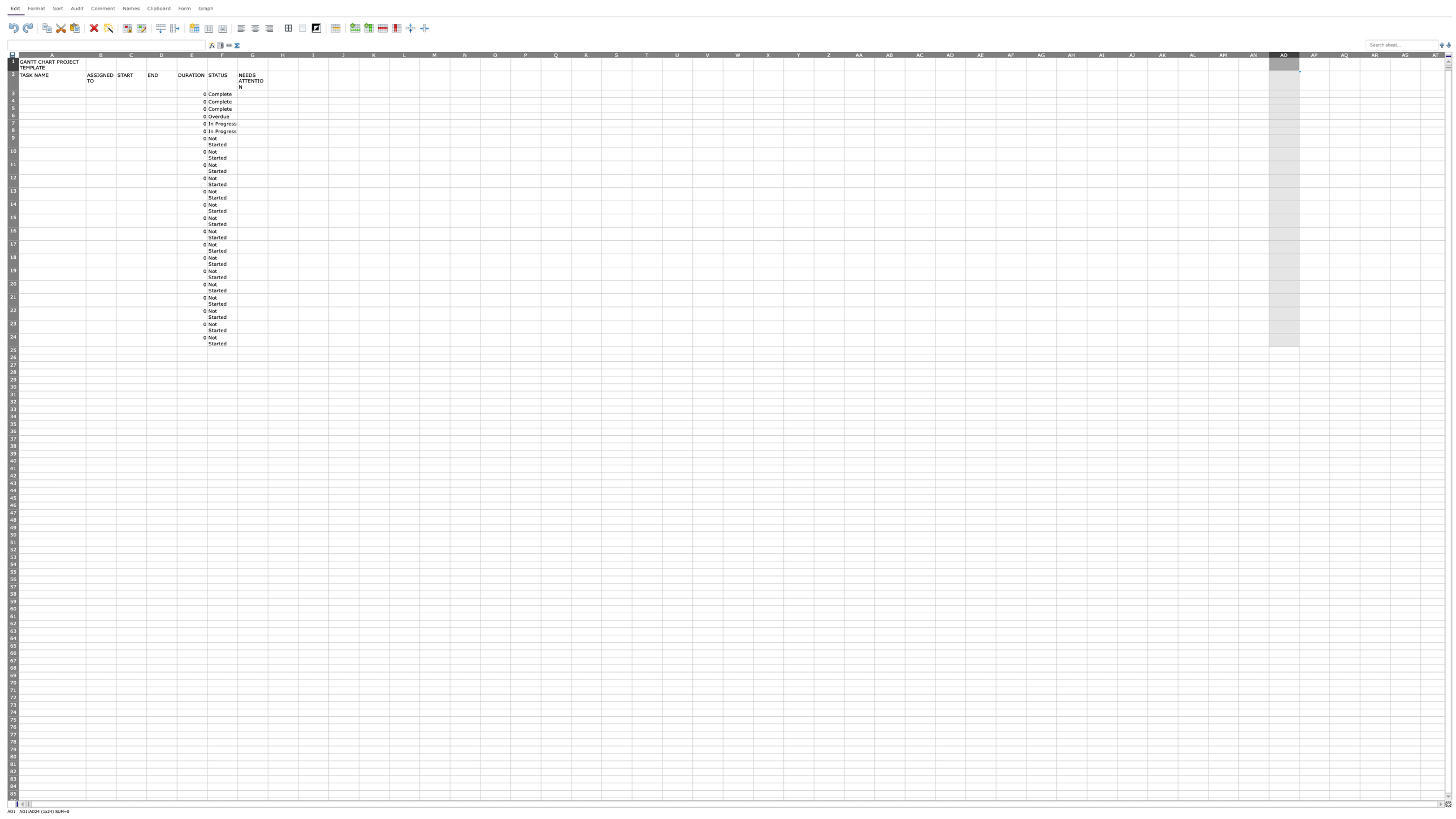 This screenshot has width=1456, height=819. Describe the element at coordinates (1360, 54) in the screenshot. I see `Move cursor to the right border of column AQ` at that location.